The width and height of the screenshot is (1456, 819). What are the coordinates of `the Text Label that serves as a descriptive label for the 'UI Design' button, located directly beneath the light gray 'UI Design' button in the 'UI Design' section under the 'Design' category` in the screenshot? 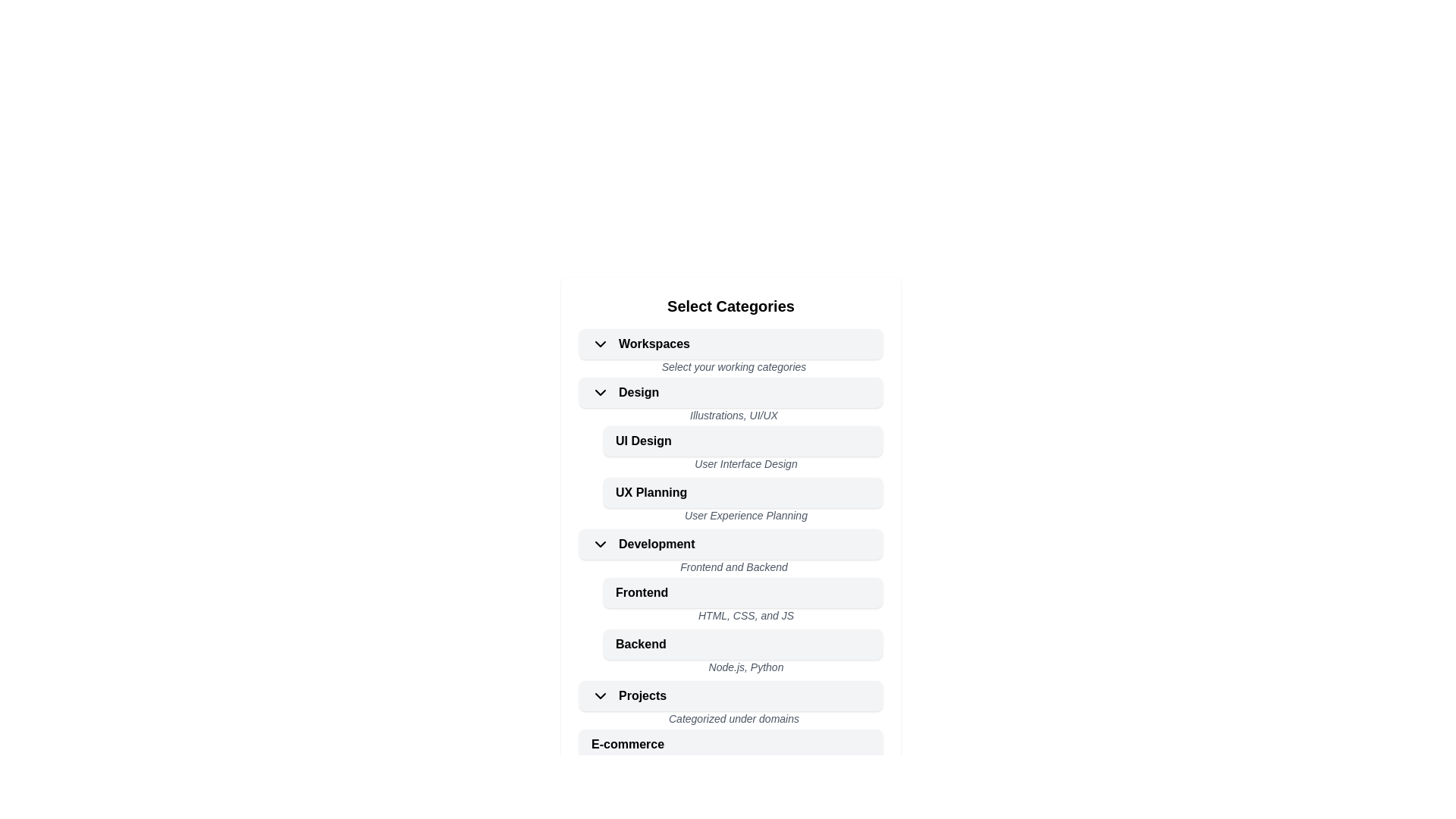 It's located at (742, 464).